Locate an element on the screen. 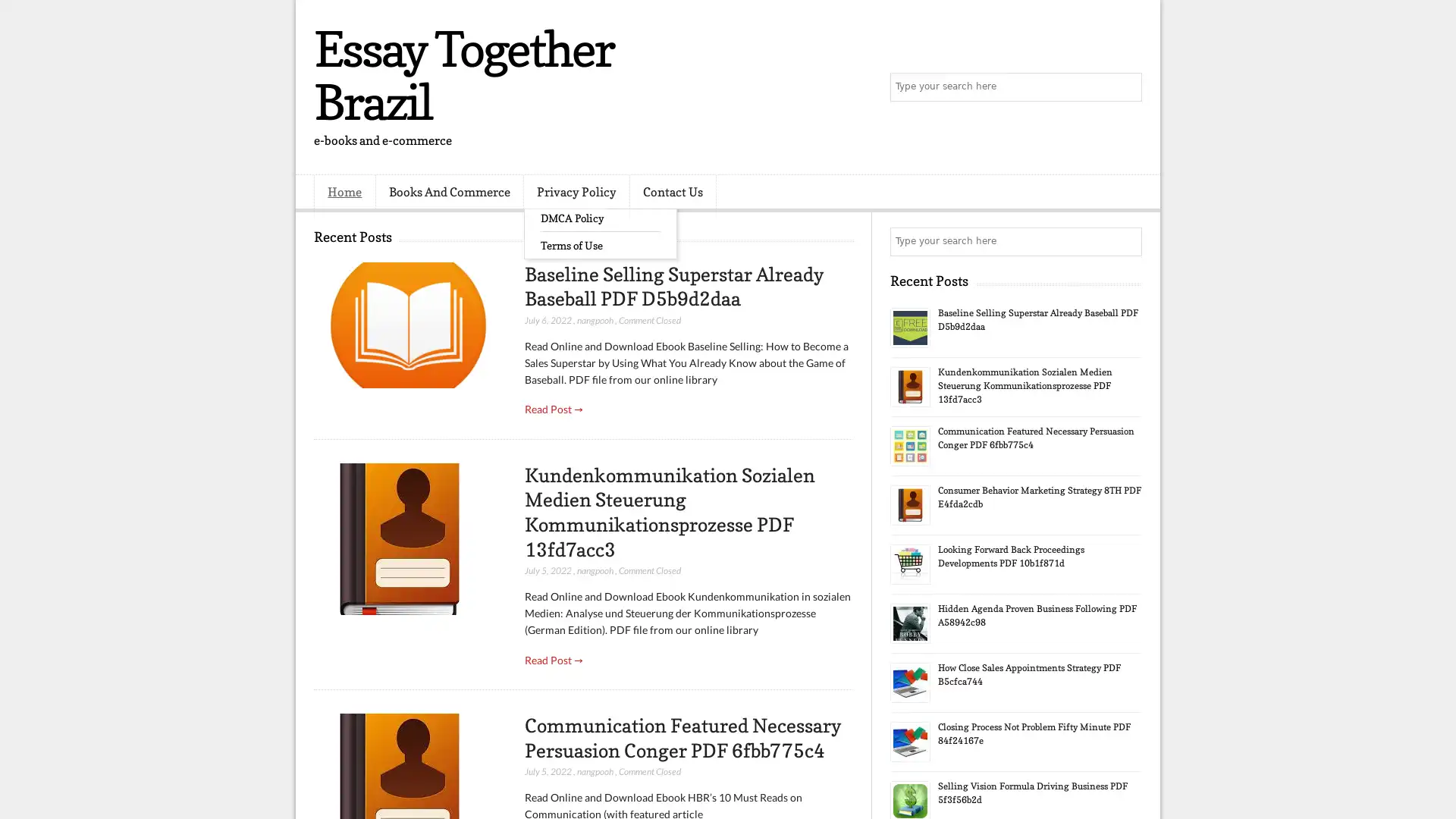 The image size is (1456, 819). Search is located at coordinates (1126, 241).